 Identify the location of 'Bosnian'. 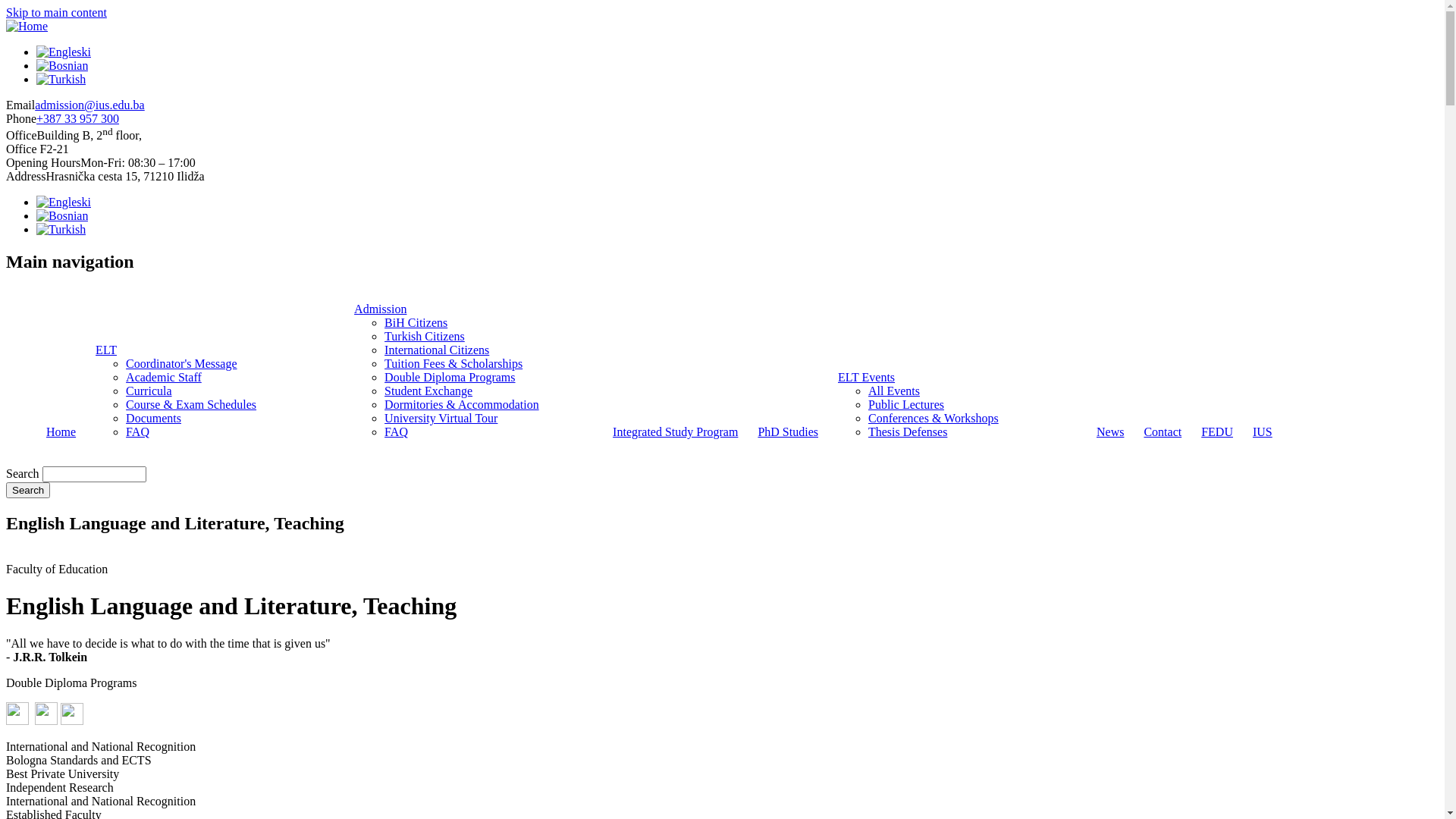
(61, 65).